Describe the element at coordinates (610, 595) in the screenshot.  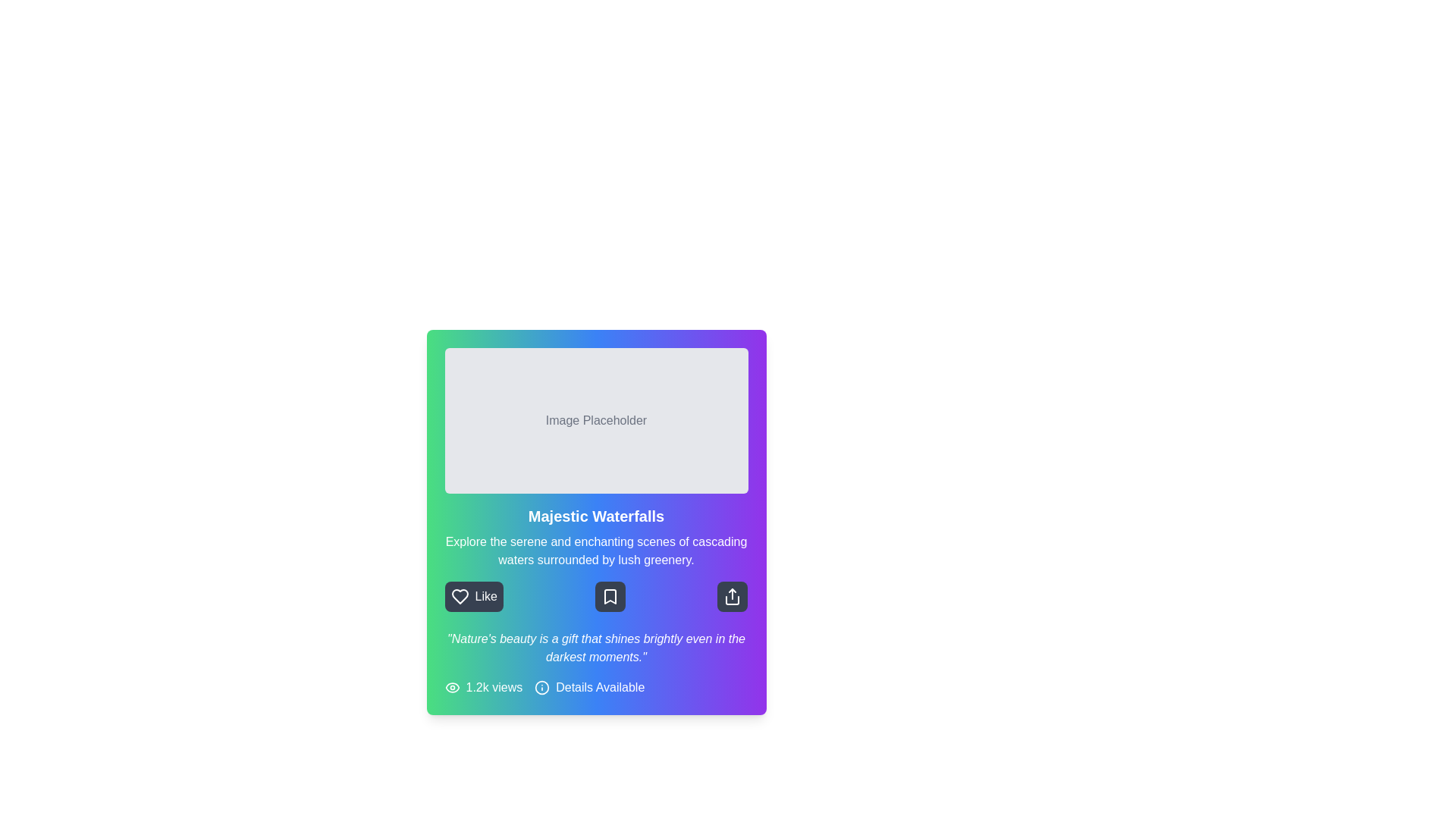
I see `the bookmark icon, which is a minimalistic white paper-shaped marker with a notch at the top, located centrally between the 'Like' and 'Share' buttons in the bottom row of the card` at that location.